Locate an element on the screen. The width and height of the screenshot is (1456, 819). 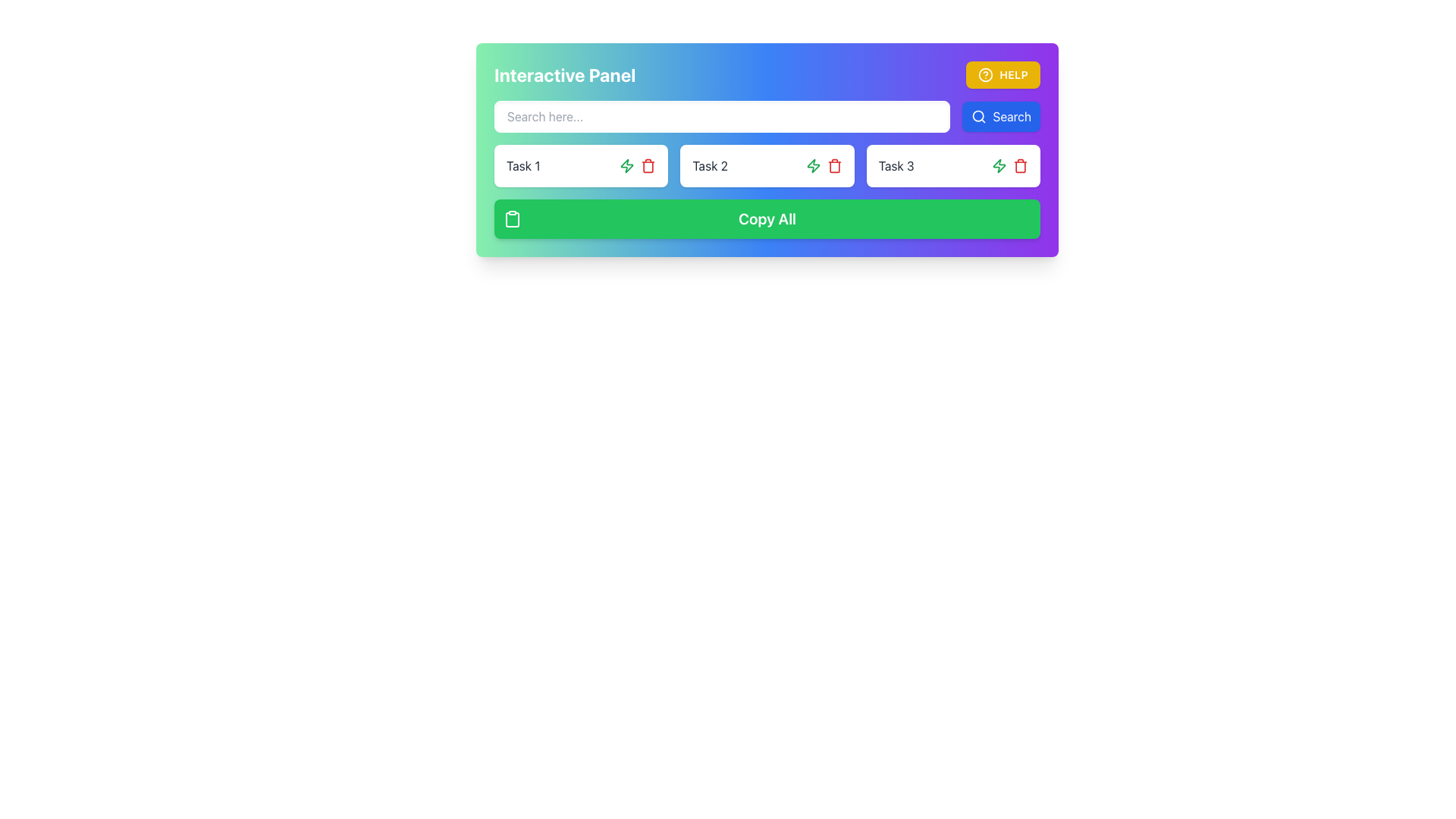
the green SVG icon located in the second task box labeled 'Task 2' is located at coordinates (627, 166).